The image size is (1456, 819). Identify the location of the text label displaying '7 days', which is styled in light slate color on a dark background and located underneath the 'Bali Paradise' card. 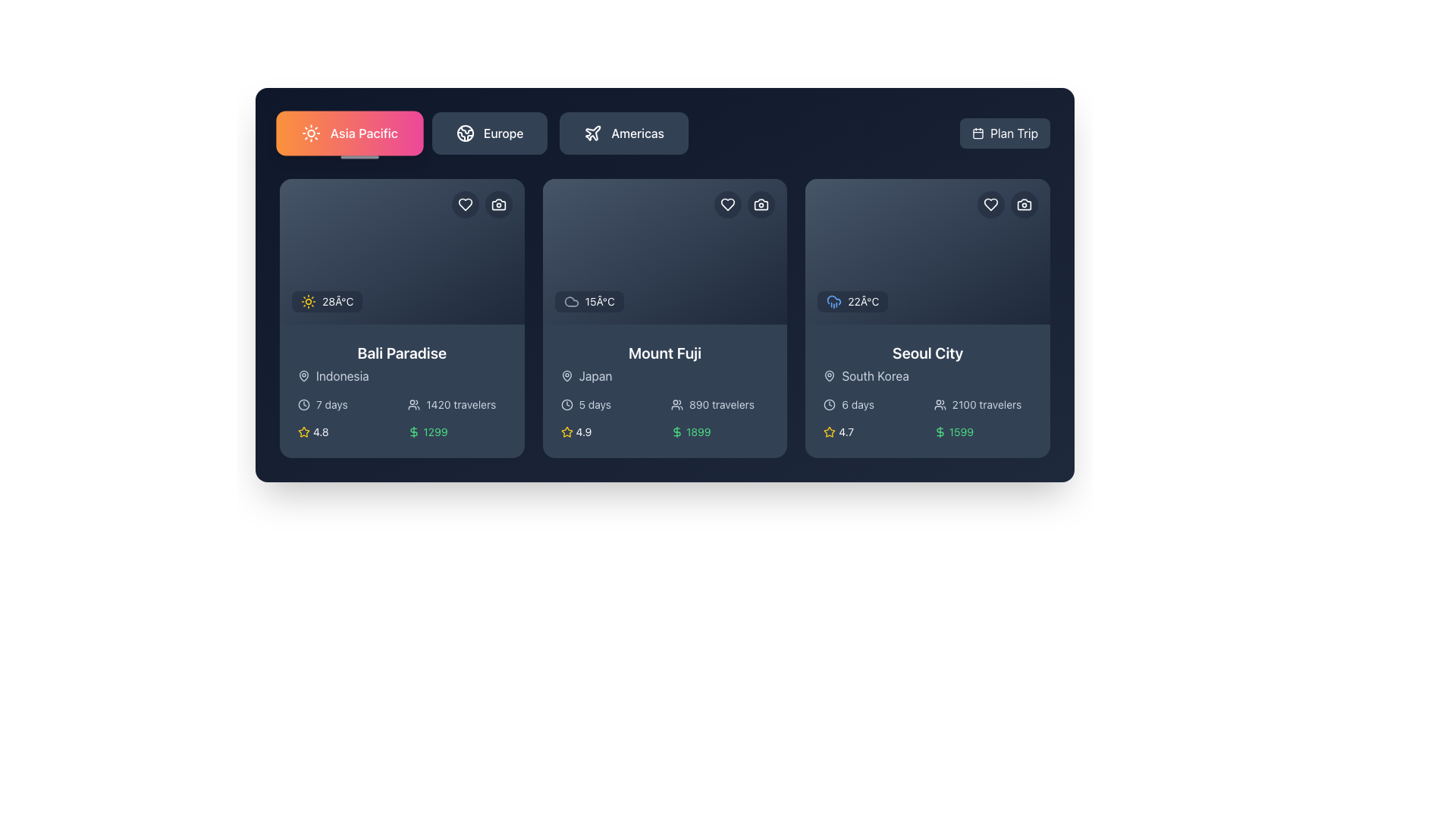
(331, 403).